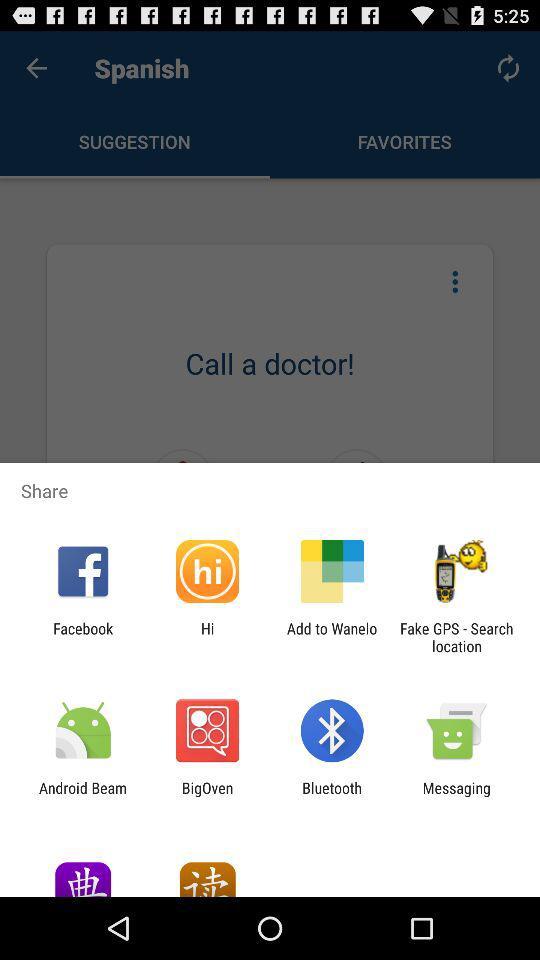 This screenshot has height=960, width=540. Describe the element at coordinates (456, 636) in the screenshot. I see `app to the right of add to wanelo icon` at that location.